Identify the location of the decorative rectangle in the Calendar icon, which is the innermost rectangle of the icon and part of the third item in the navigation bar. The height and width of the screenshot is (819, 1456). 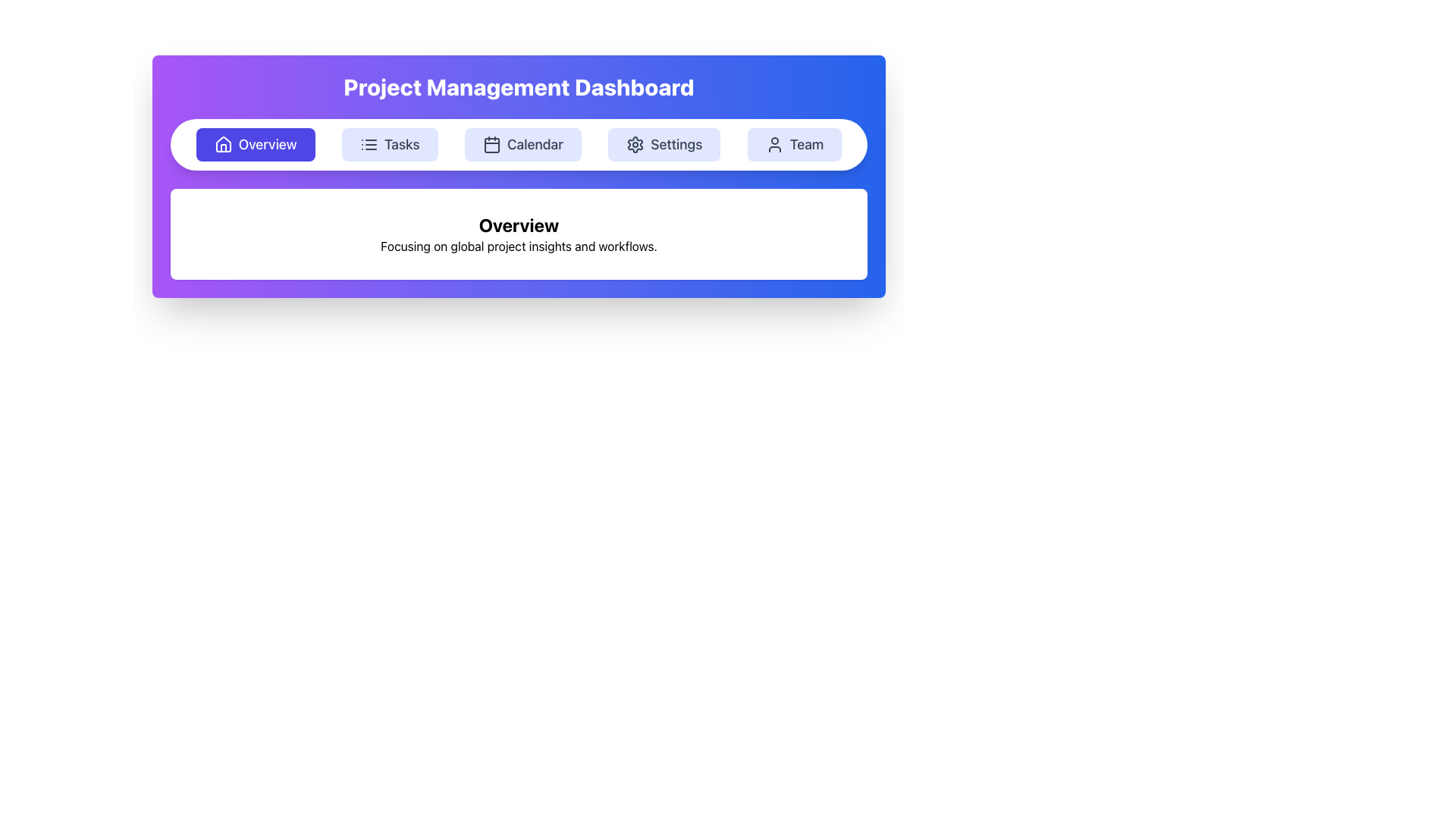
(491, 146).